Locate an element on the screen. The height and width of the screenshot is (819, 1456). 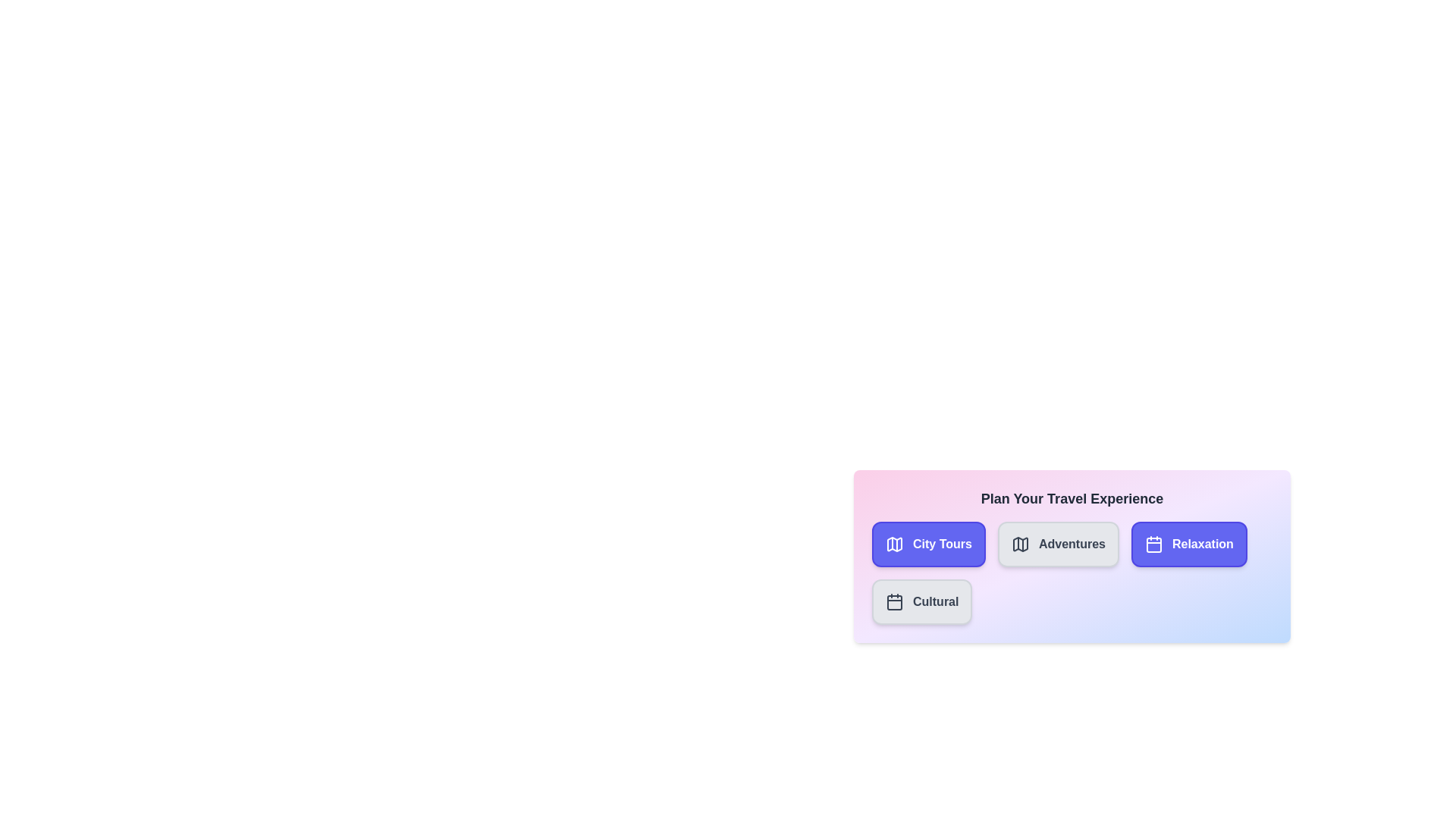
the category Adventures is located at coordinates (1058, 543).